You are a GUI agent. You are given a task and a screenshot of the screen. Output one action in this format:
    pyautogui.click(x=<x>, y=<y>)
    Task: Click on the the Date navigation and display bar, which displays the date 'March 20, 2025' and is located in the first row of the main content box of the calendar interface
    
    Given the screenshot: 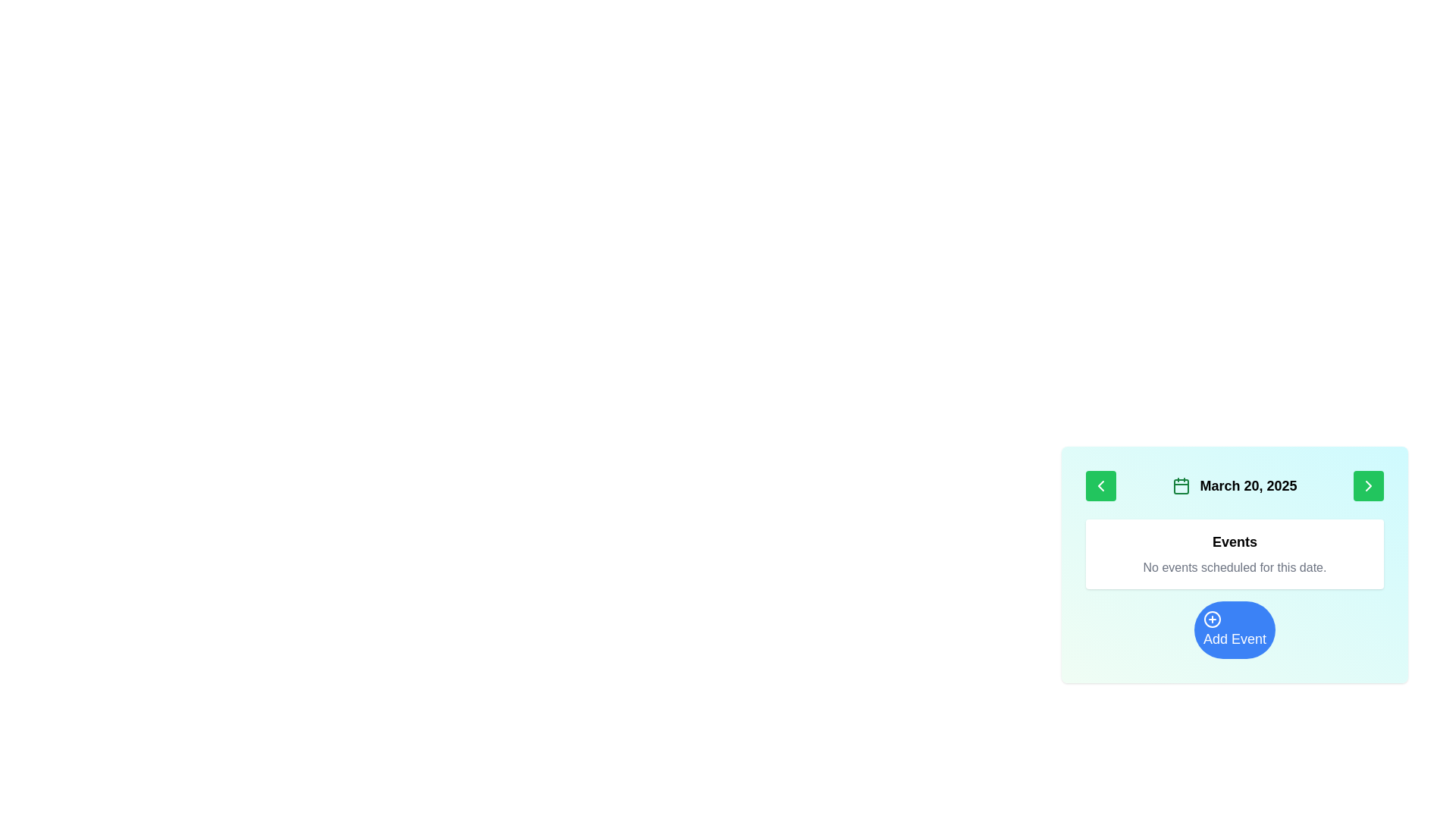 What is the action you would take?
    pyautogui.click(x=1235, y=485)
    